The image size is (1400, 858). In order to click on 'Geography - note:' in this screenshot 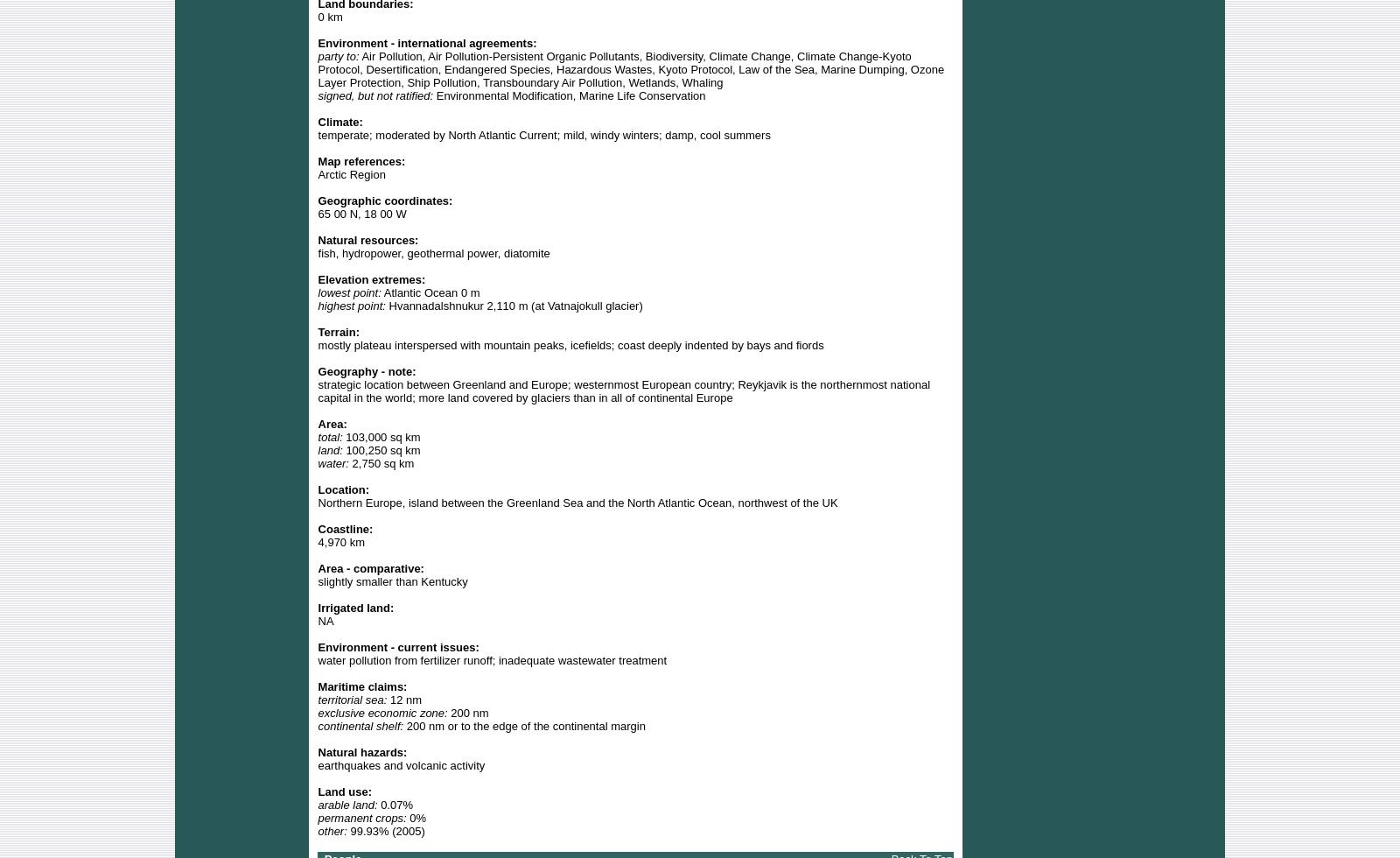, I will do `click(318, 370)`.